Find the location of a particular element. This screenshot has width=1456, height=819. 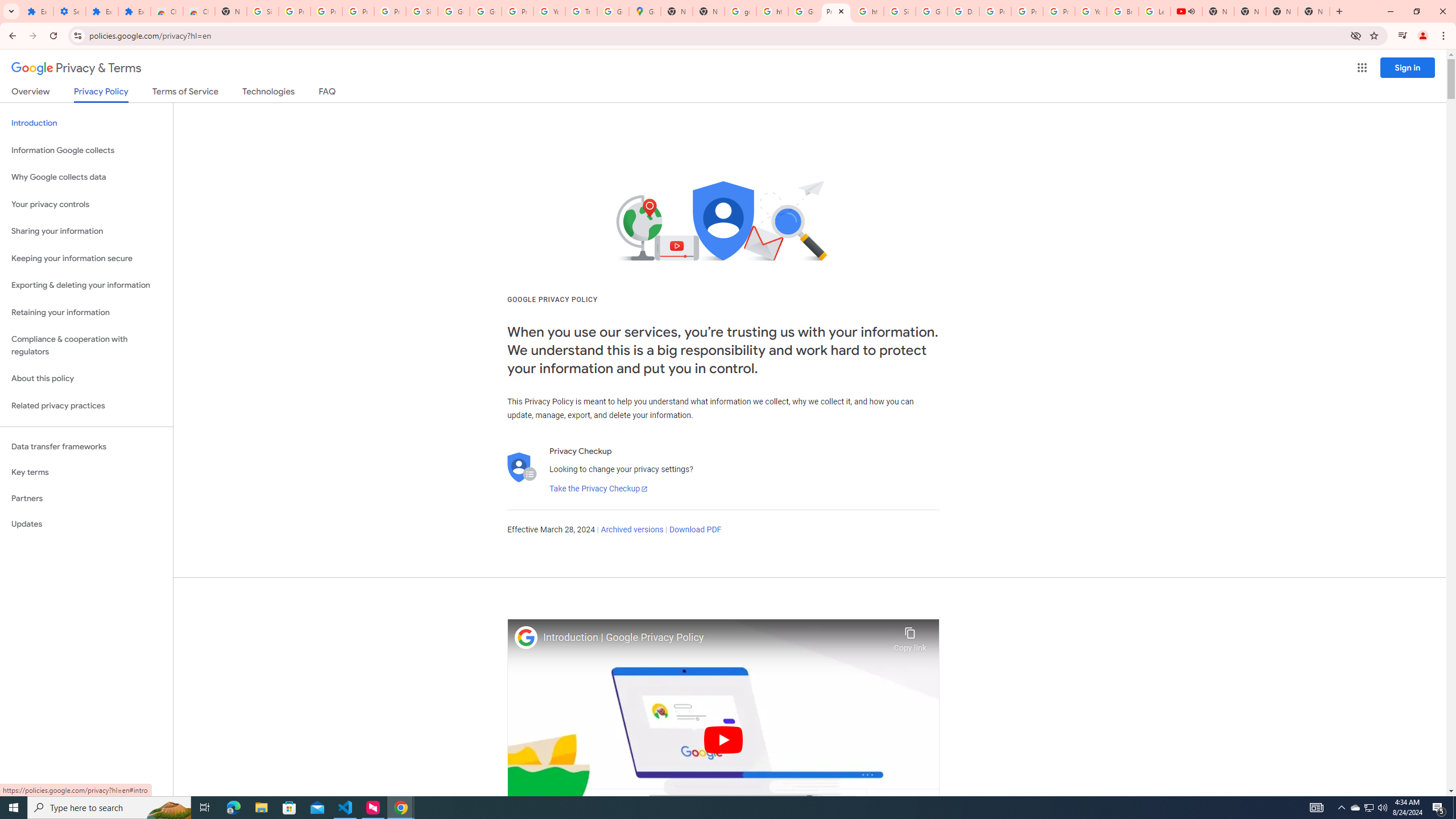

'Partners' is located at coordinates (86, 498).